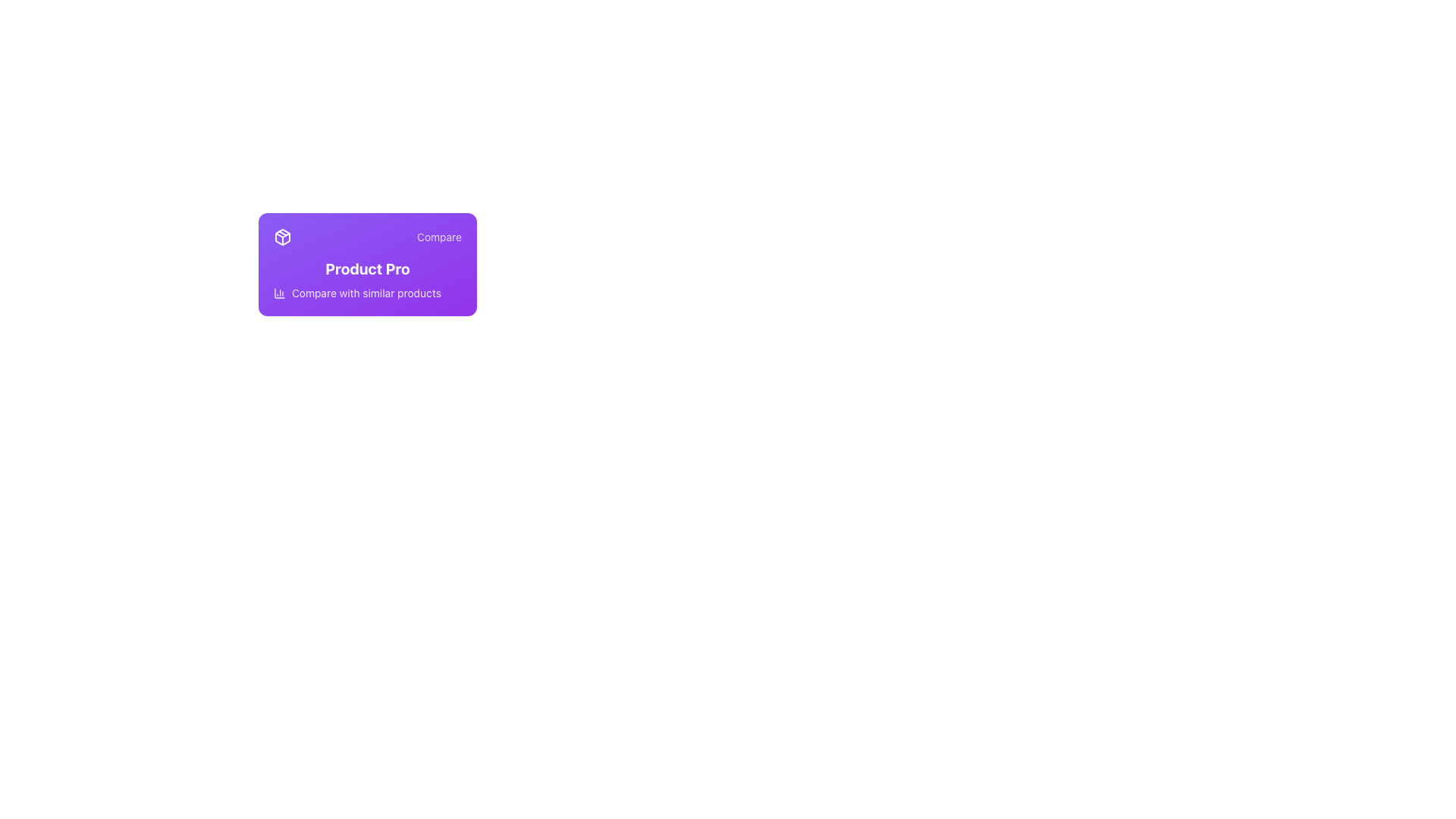 The width and height of the screenshot is (1456, 819). What do you see at coordinates (366, 293) in the screenshot?
I see `the text label that reads 'Compare with similar products', which is styled in white font on a violet background and is located below the title 'Product Pro' within a card design` at bounding box center [366, 293].